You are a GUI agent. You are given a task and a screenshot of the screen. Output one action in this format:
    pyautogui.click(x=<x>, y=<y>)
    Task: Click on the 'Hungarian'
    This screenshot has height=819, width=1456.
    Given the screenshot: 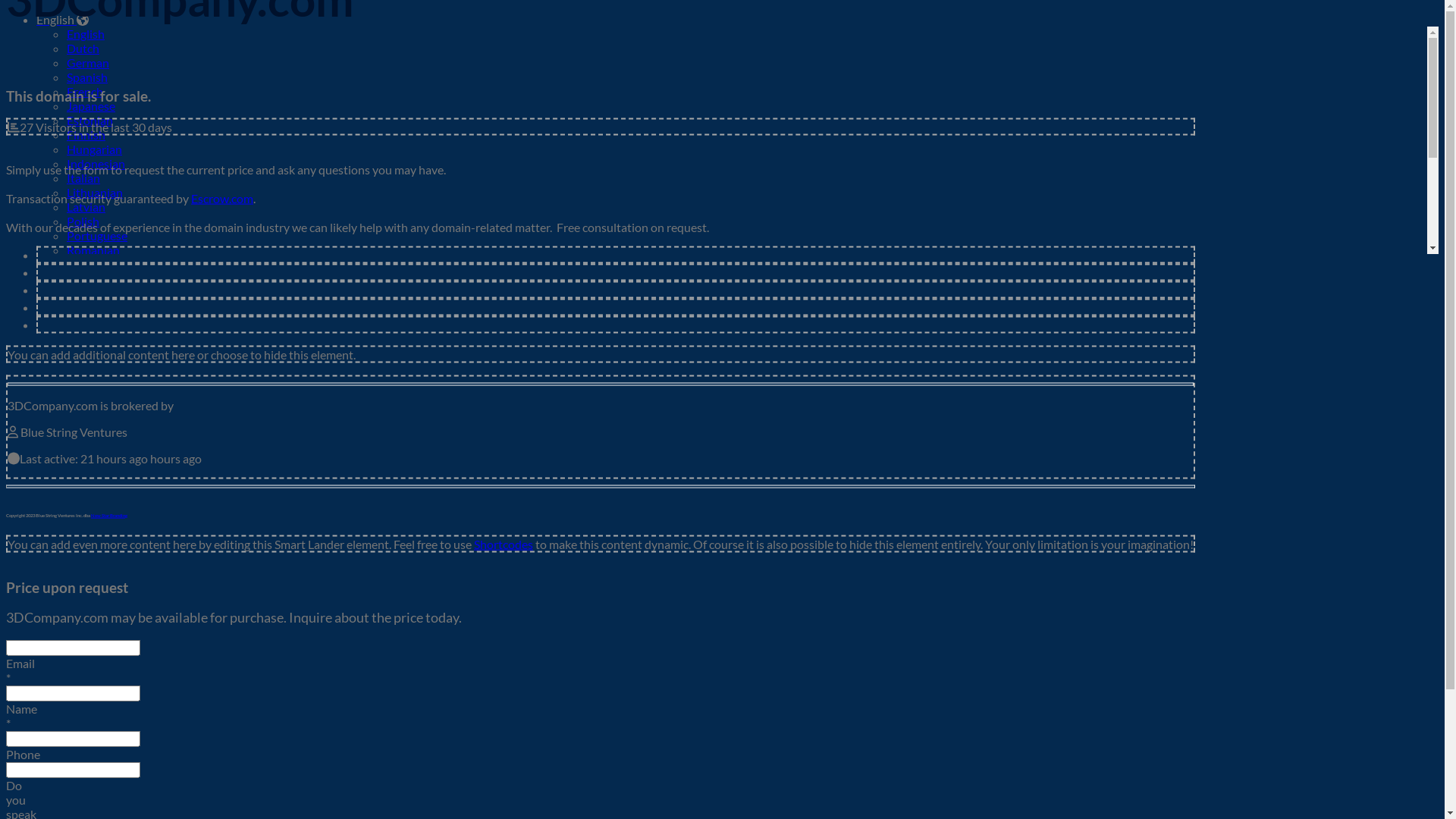 What is the action you would take?
    pyautogui.click(x=93, y=149)
    